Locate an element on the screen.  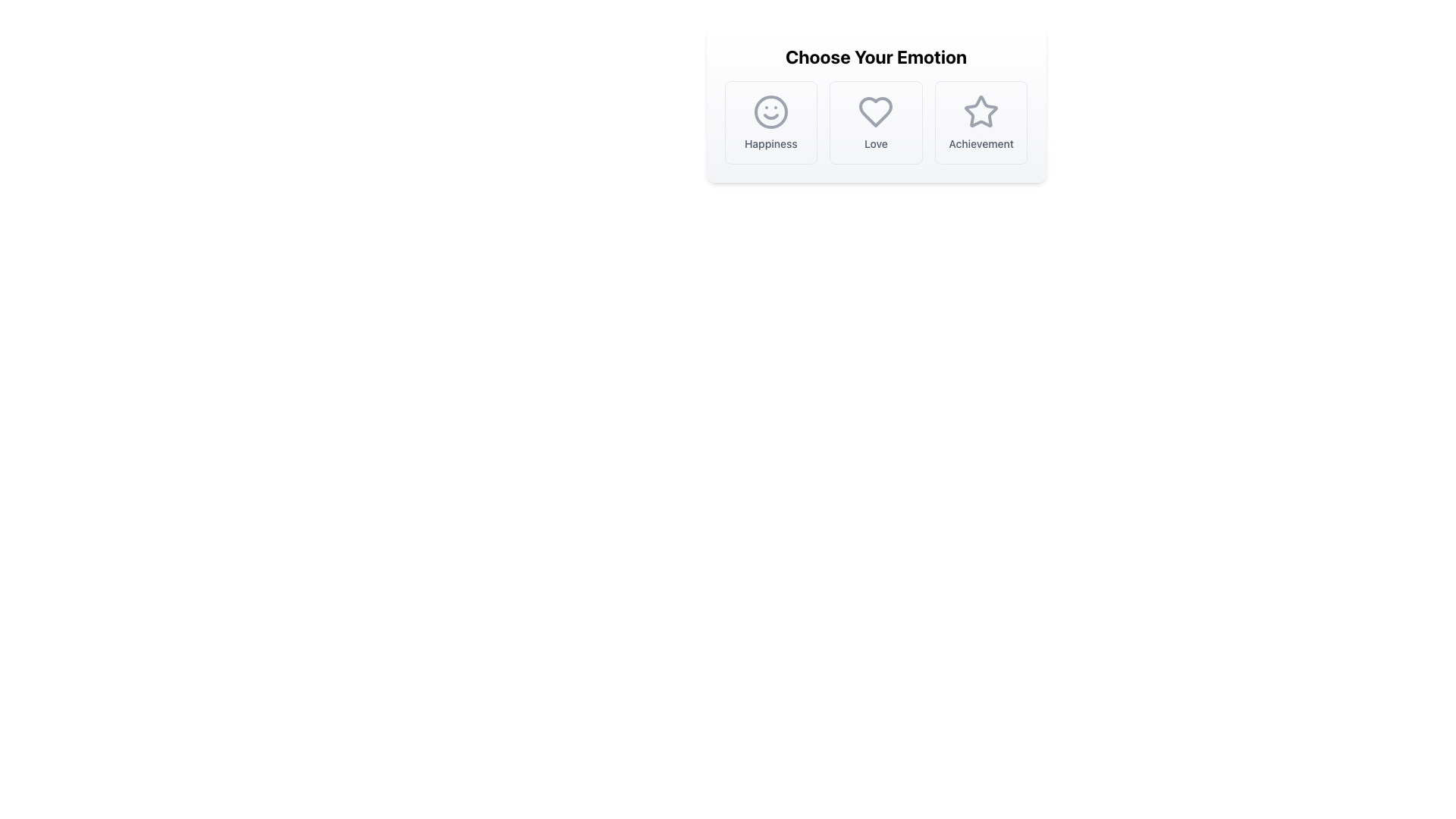
the 'Achievement' button, which is a rounded rectangle containing a star icon and the text label 'Achievement', located under the header 'Choose Your Emotion' is located at coordinates (981, 122).